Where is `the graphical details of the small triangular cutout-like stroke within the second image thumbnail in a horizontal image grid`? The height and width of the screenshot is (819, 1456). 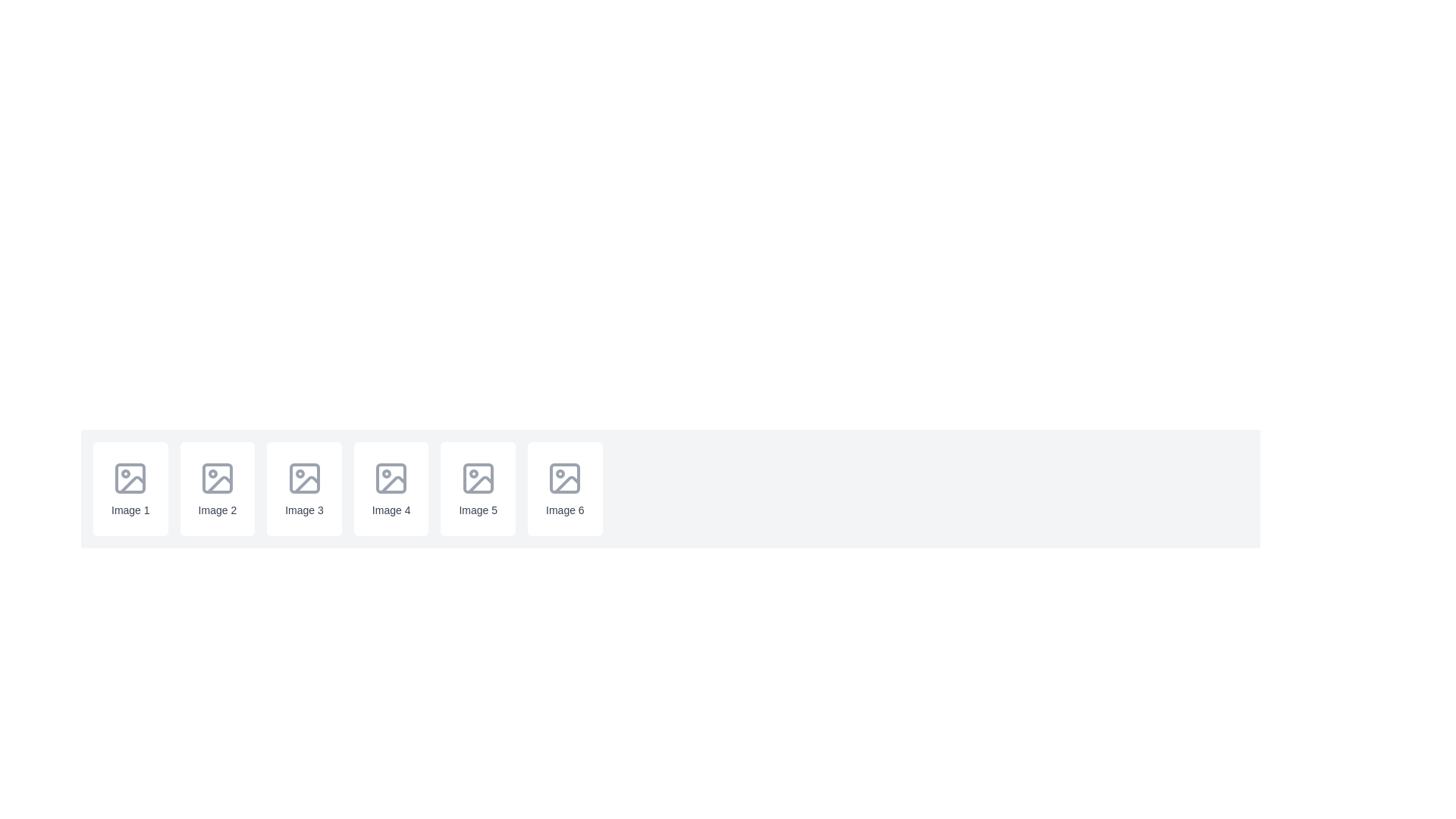 the graphical details of the small triangular cutout-like stroke within the second image thumbnail in a horizontal image grid is located at coordinates (218, 485).